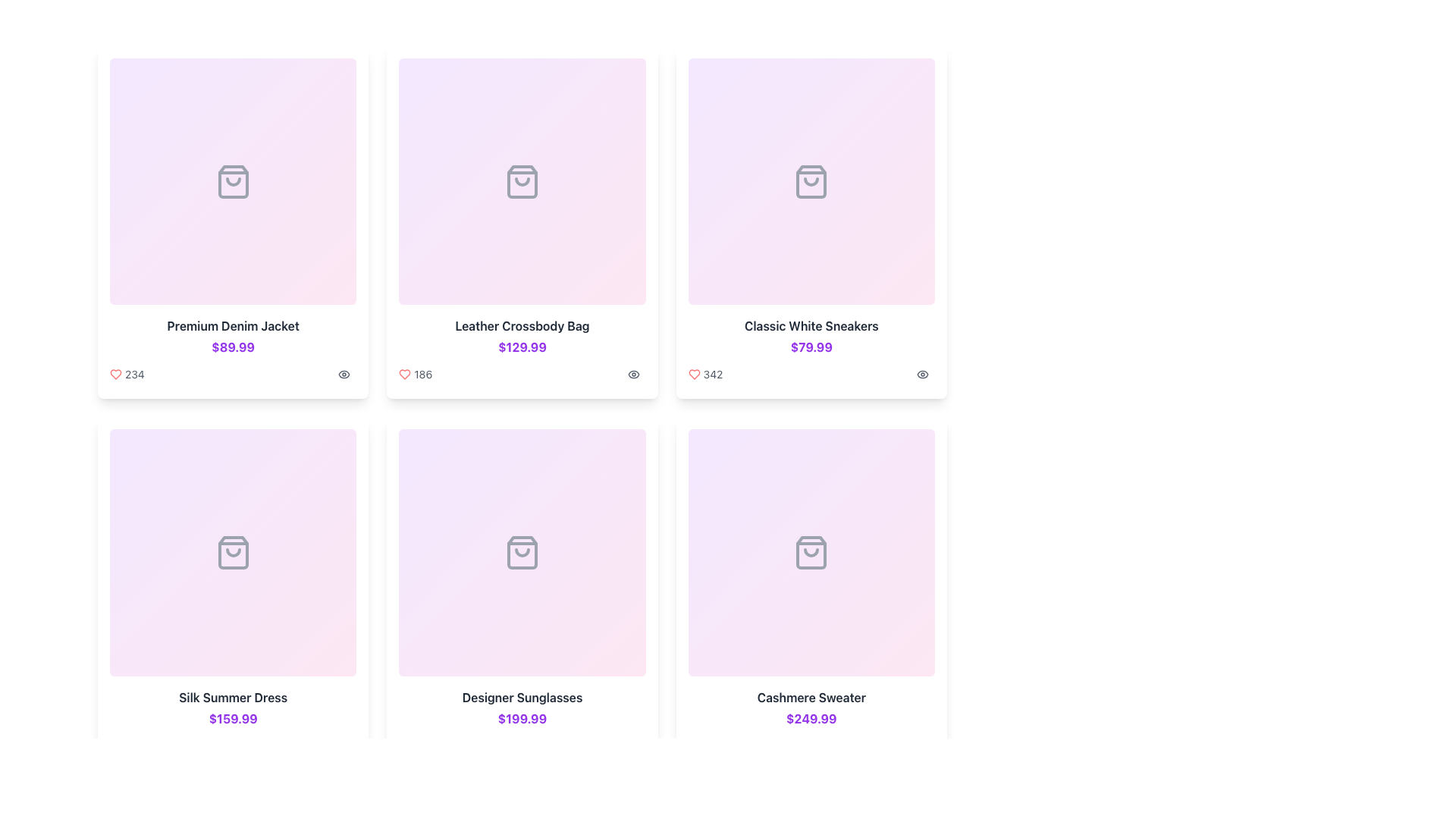 The height and width of the screenshot is (819, 1456). Describe the element at coordinates (922, 374) in the screenshot. I see `the eye icon button in the bottom-right corner of the 'Classic White Sneakers' card` at that location.